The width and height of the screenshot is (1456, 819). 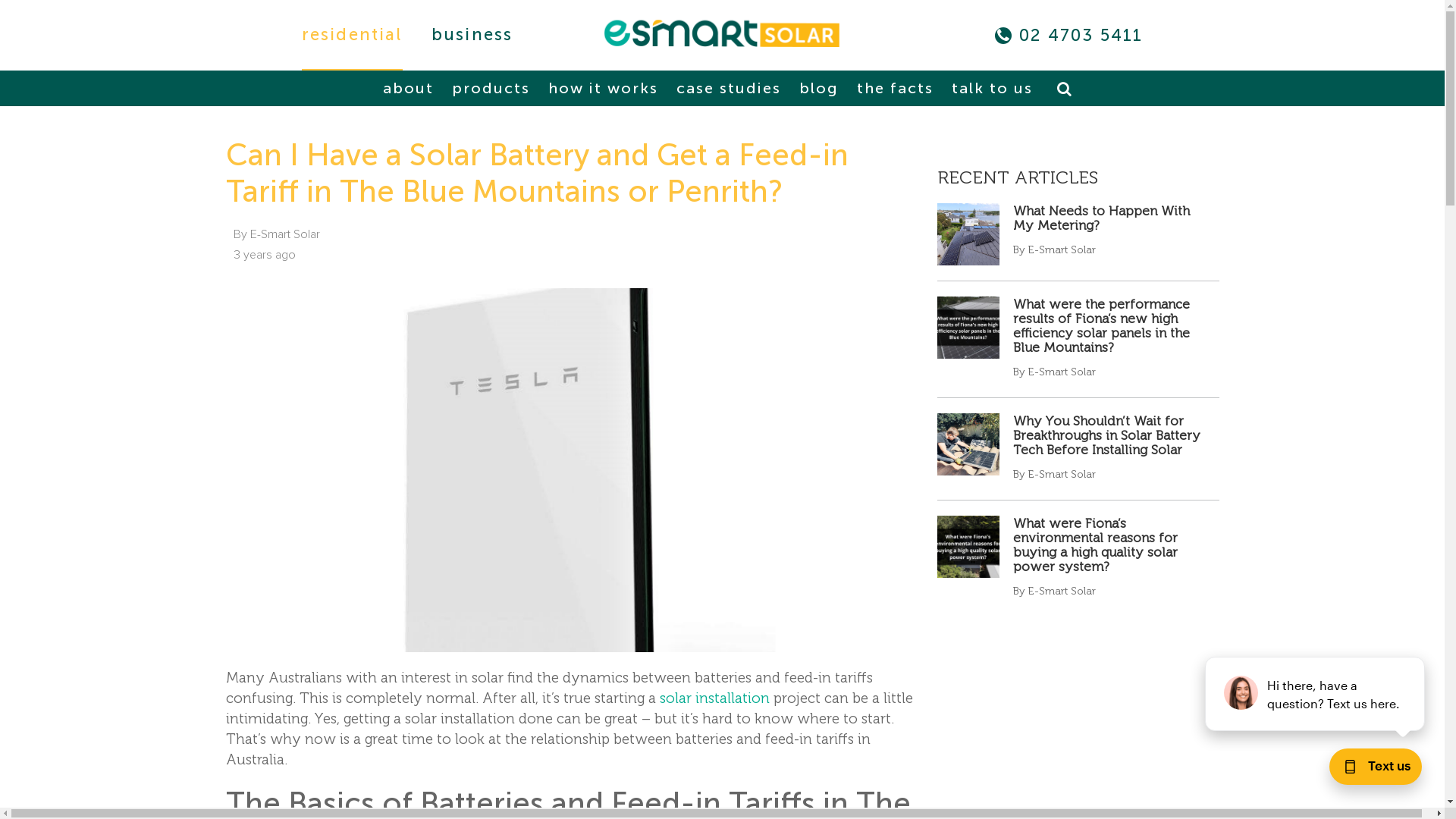 What do you see at coordinates (602, 88) in the screenshot?
I see `'how it works'` at bounding box center [602, 88].